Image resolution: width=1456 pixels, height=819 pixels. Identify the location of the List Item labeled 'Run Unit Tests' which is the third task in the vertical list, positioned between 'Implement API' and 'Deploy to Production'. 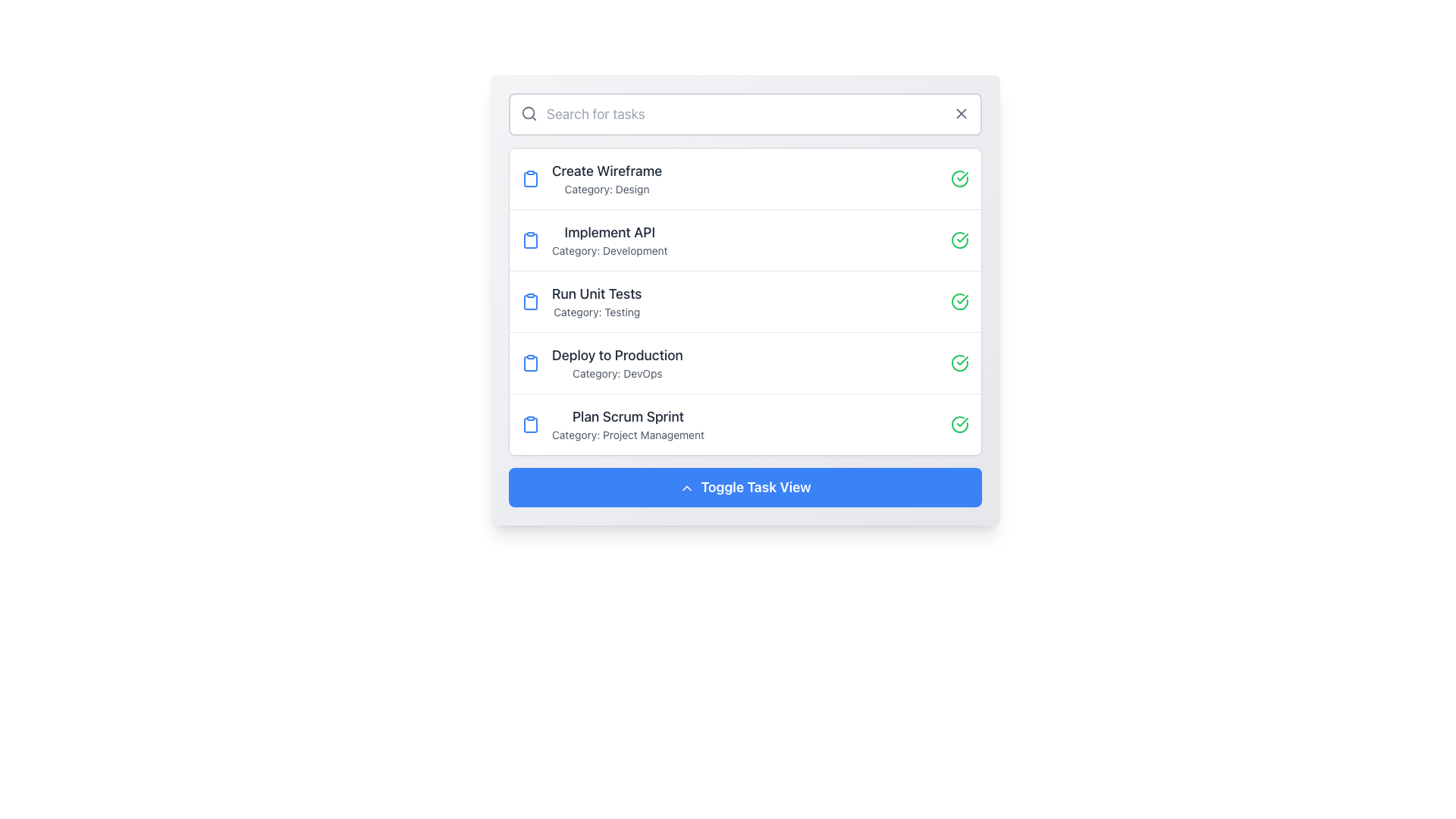
(581, 301).